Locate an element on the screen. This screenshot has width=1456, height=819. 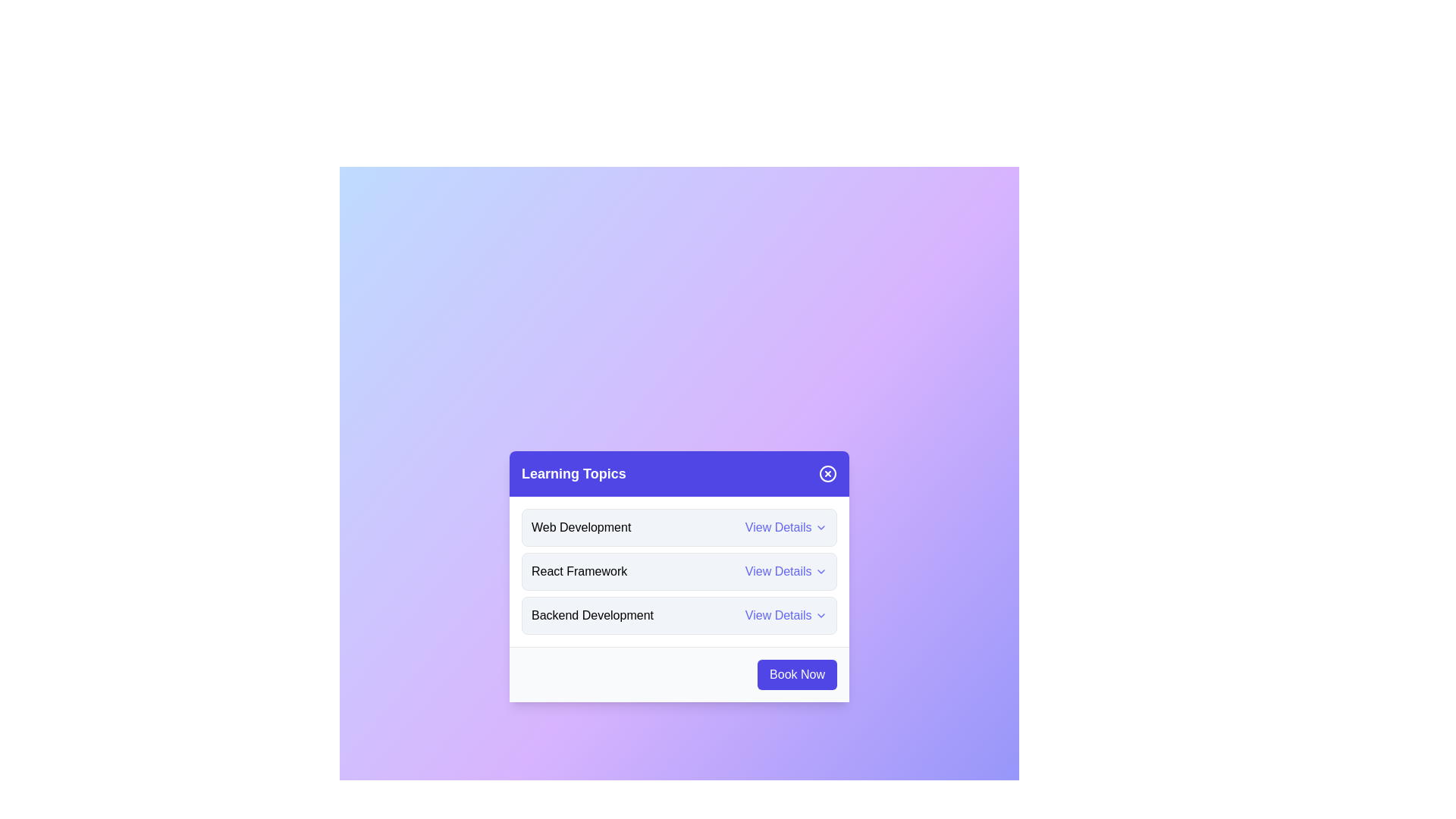
the 'Book Now' button to proceed is located at coordinates (796, 673).